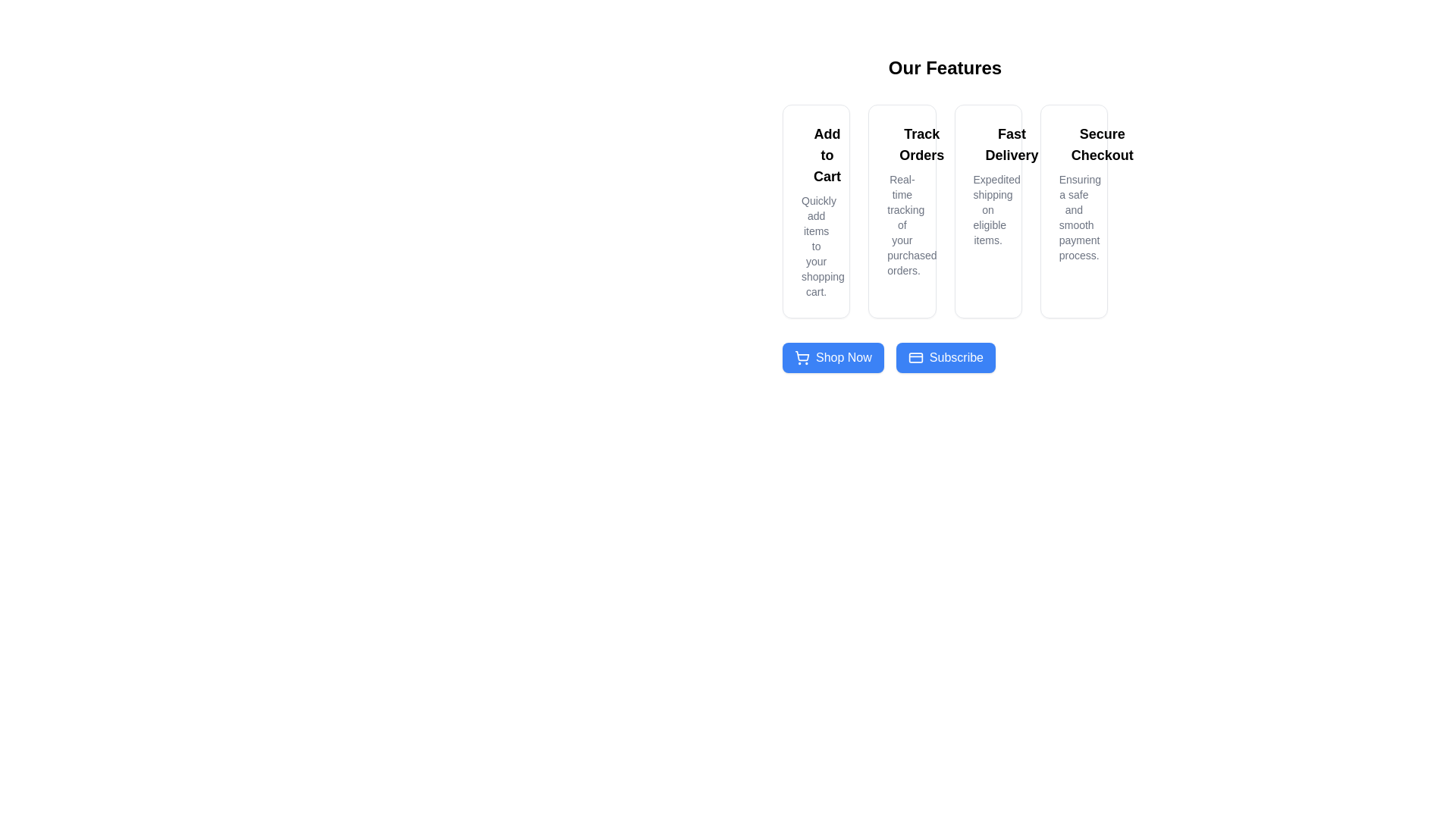 This screenshot has height=819, width=1456. Describe the element at coordinates (843, 357) in the screenshot. I see `the text label within the button below the 'Our Features' section` at that location.